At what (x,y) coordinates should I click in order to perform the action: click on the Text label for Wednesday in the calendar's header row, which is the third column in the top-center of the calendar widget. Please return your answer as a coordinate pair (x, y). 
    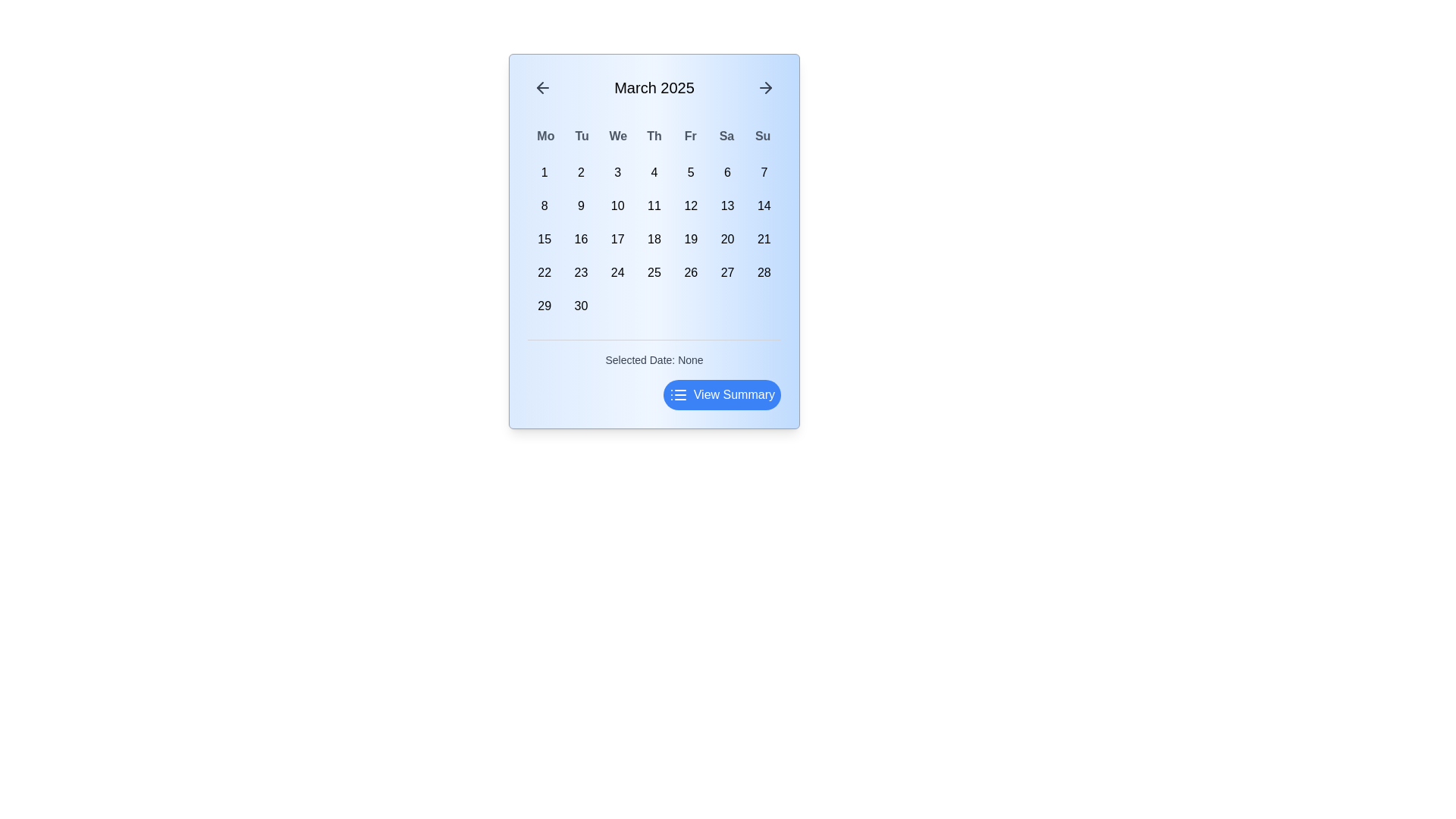
    Looking at the image, I should click on (618, 136).